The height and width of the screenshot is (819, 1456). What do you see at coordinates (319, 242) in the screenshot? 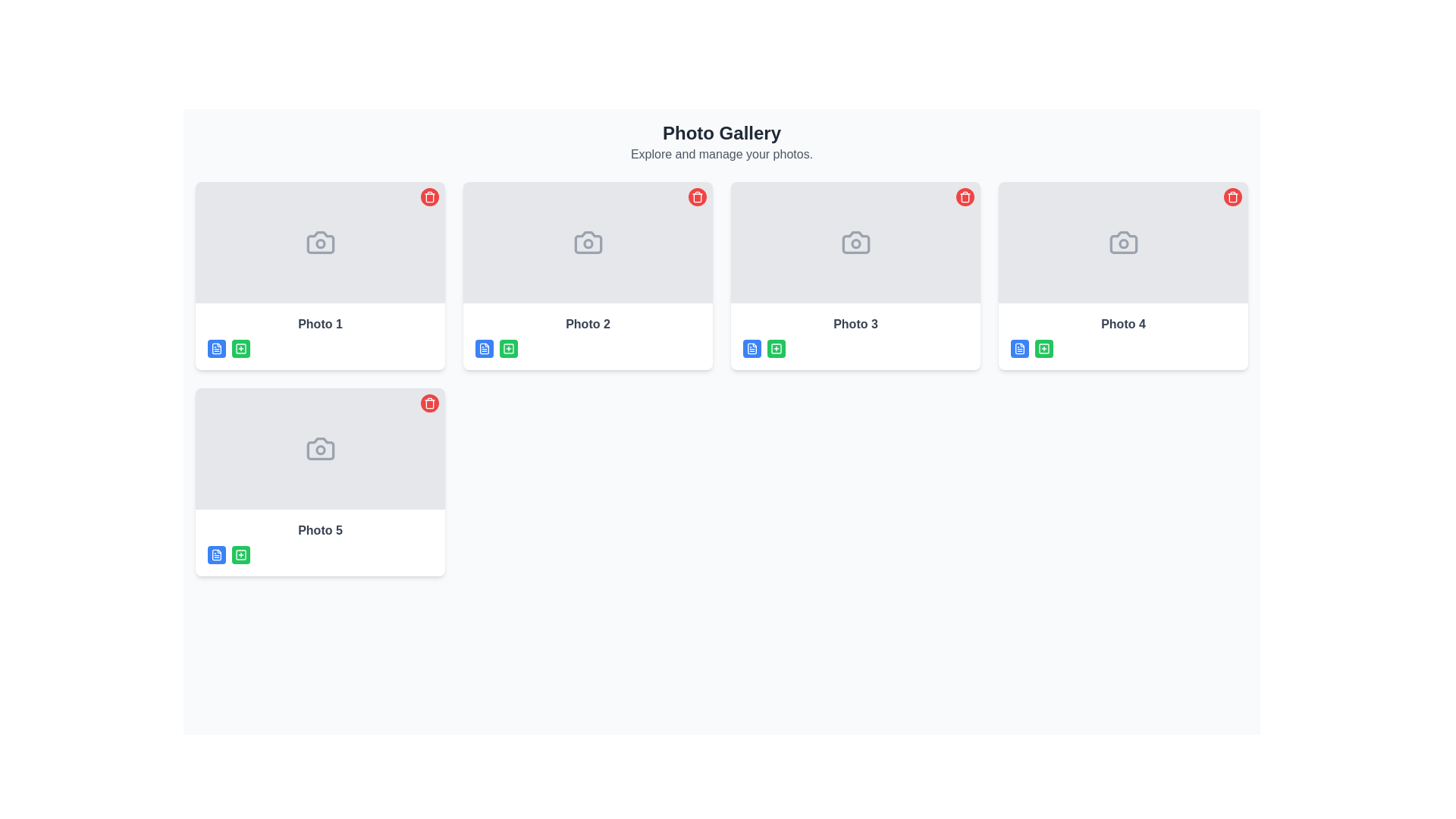
I see `the photo frame icon labeled 'Photo 1'` at bounding box center [319, 242].